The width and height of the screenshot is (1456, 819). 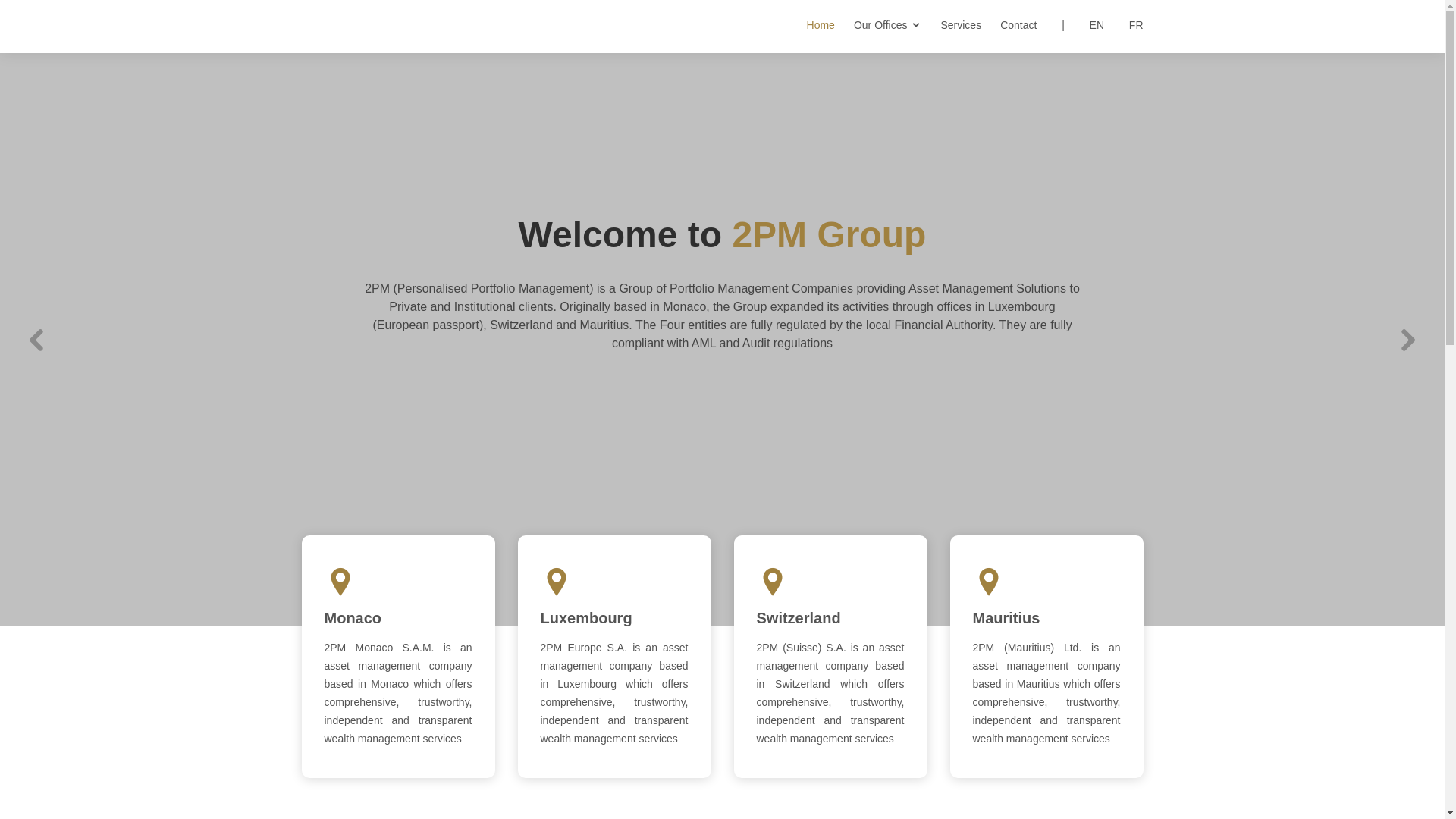 I want to click on 'Services', so click(x=950, y=26).